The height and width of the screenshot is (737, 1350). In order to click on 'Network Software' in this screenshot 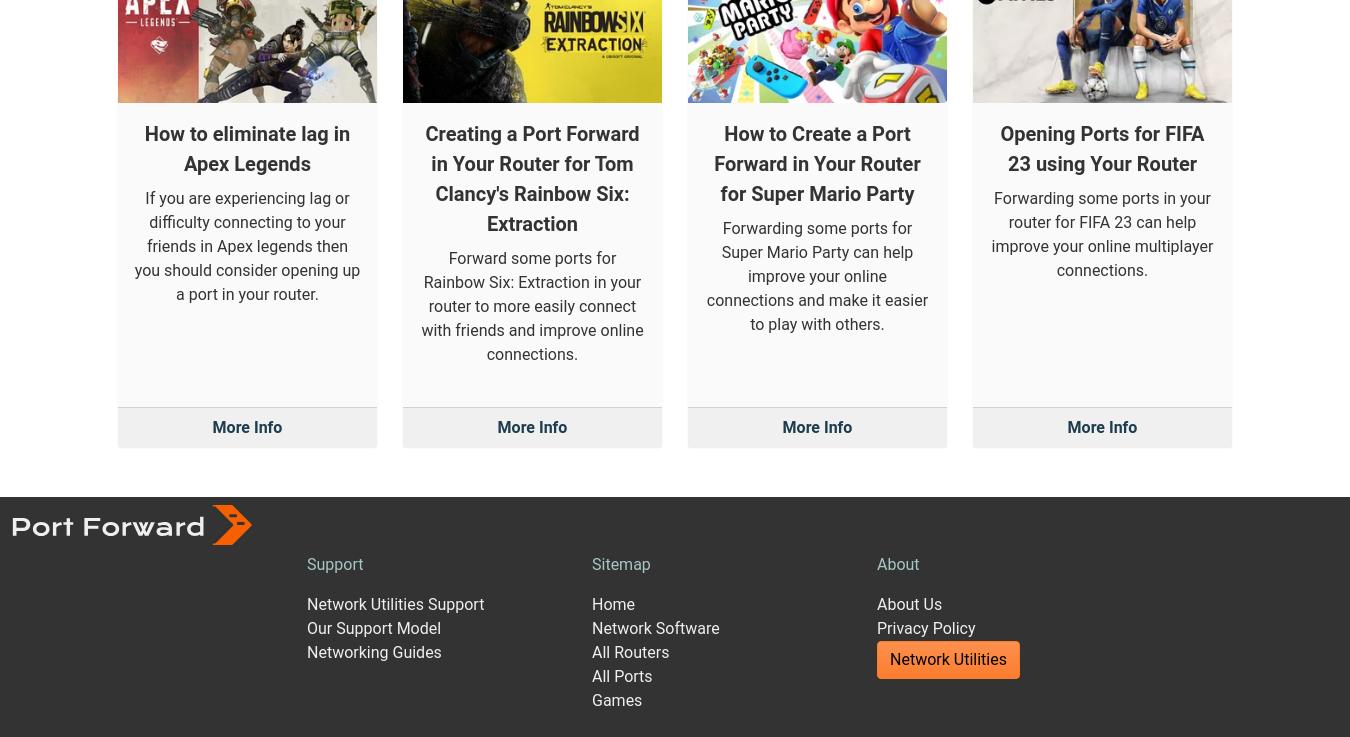, I will do `click(655, 434)`.